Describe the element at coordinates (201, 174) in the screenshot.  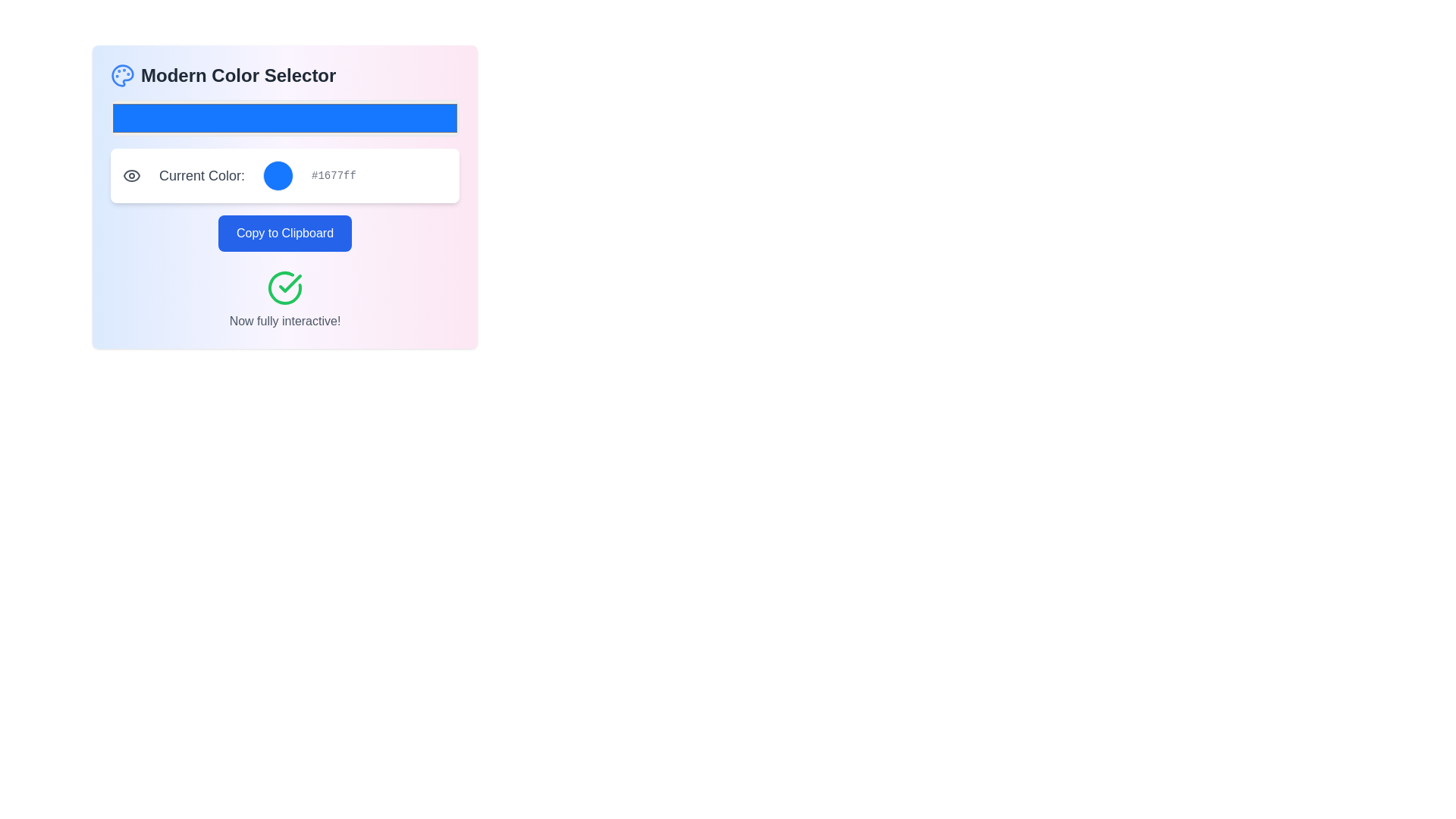
I see `text label that displays 'Current Color:', which is styled in a large gray font and is part of a section showing color details` at that location.